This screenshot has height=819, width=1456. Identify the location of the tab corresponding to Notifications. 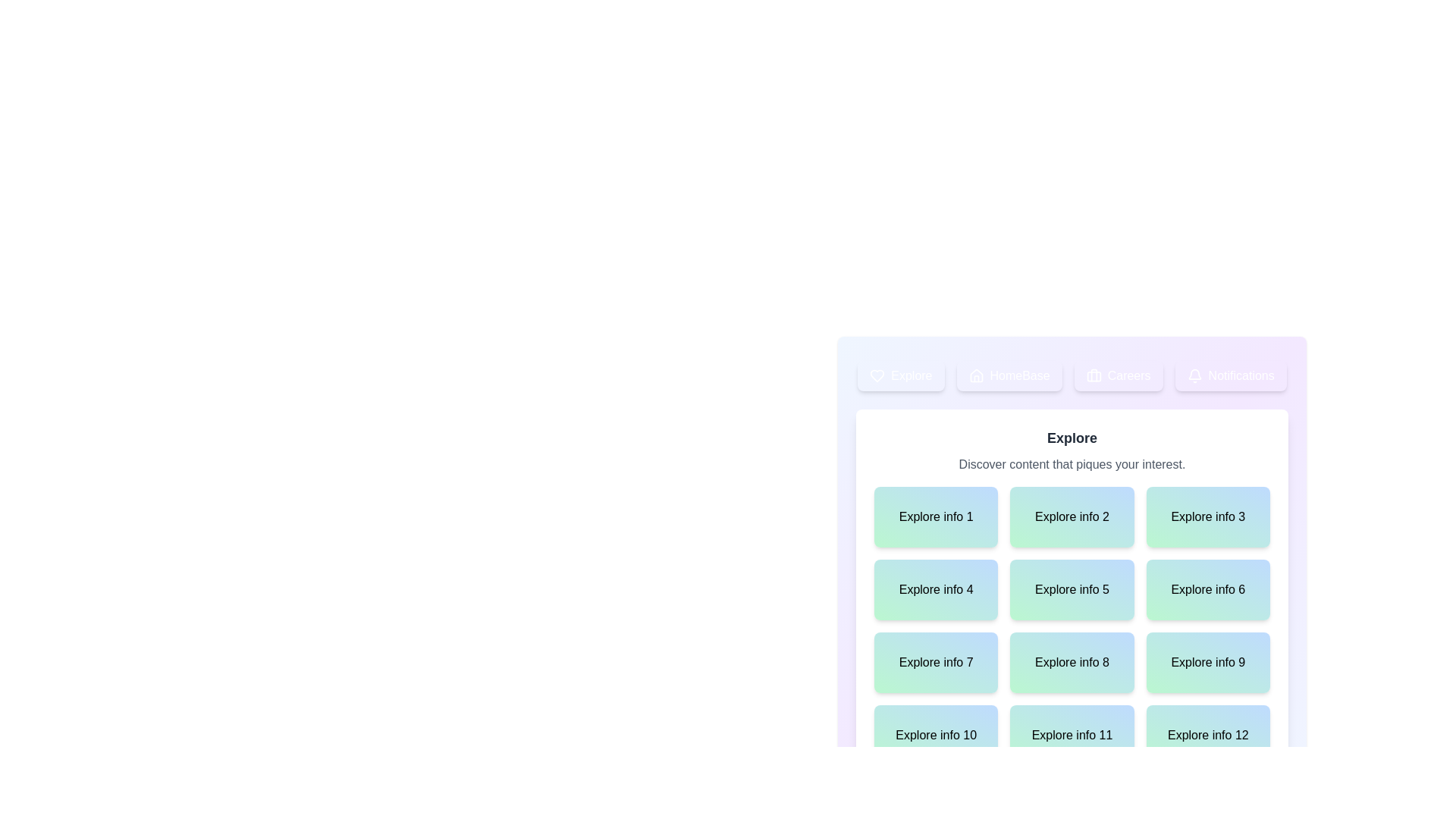
(1231, 375).